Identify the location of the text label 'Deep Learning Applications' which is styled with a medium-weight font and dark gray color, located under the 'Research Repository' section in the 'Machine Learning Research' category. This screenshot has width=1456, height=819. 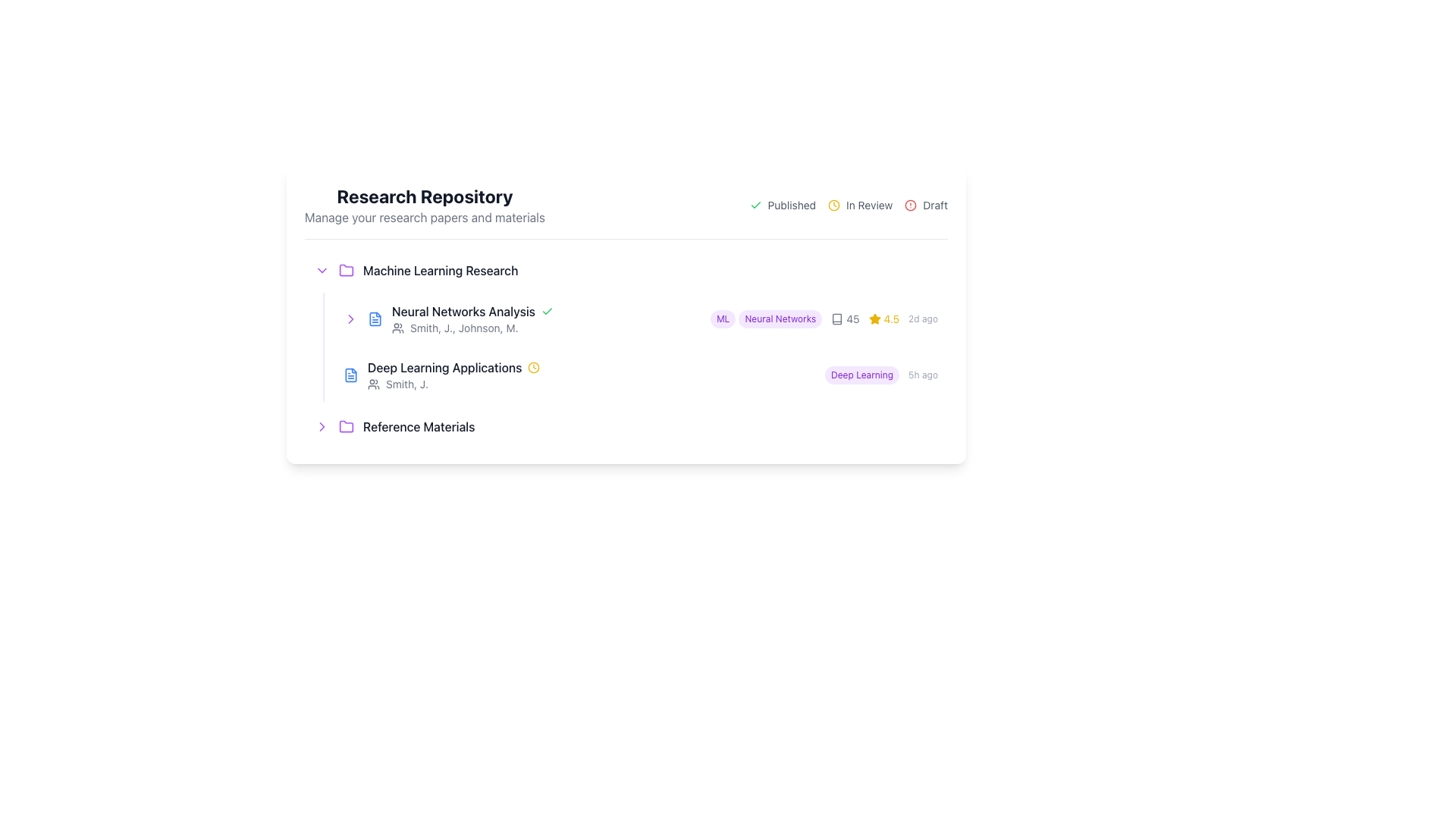
(444, 368).